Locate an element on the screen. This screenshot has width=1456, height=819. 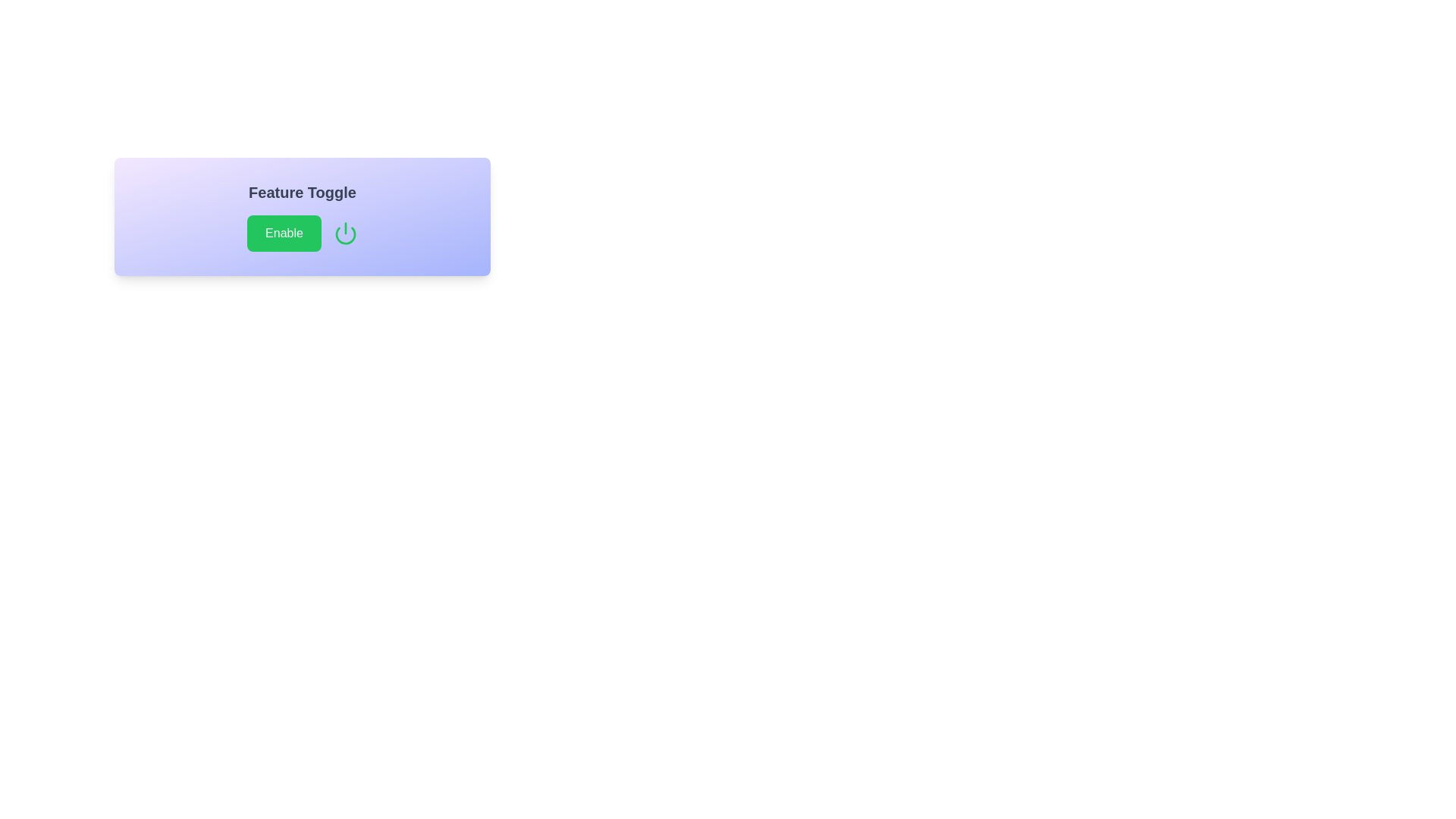
the button labeled 'Enable' to toggle the feature is located at coordinates (284, 234).